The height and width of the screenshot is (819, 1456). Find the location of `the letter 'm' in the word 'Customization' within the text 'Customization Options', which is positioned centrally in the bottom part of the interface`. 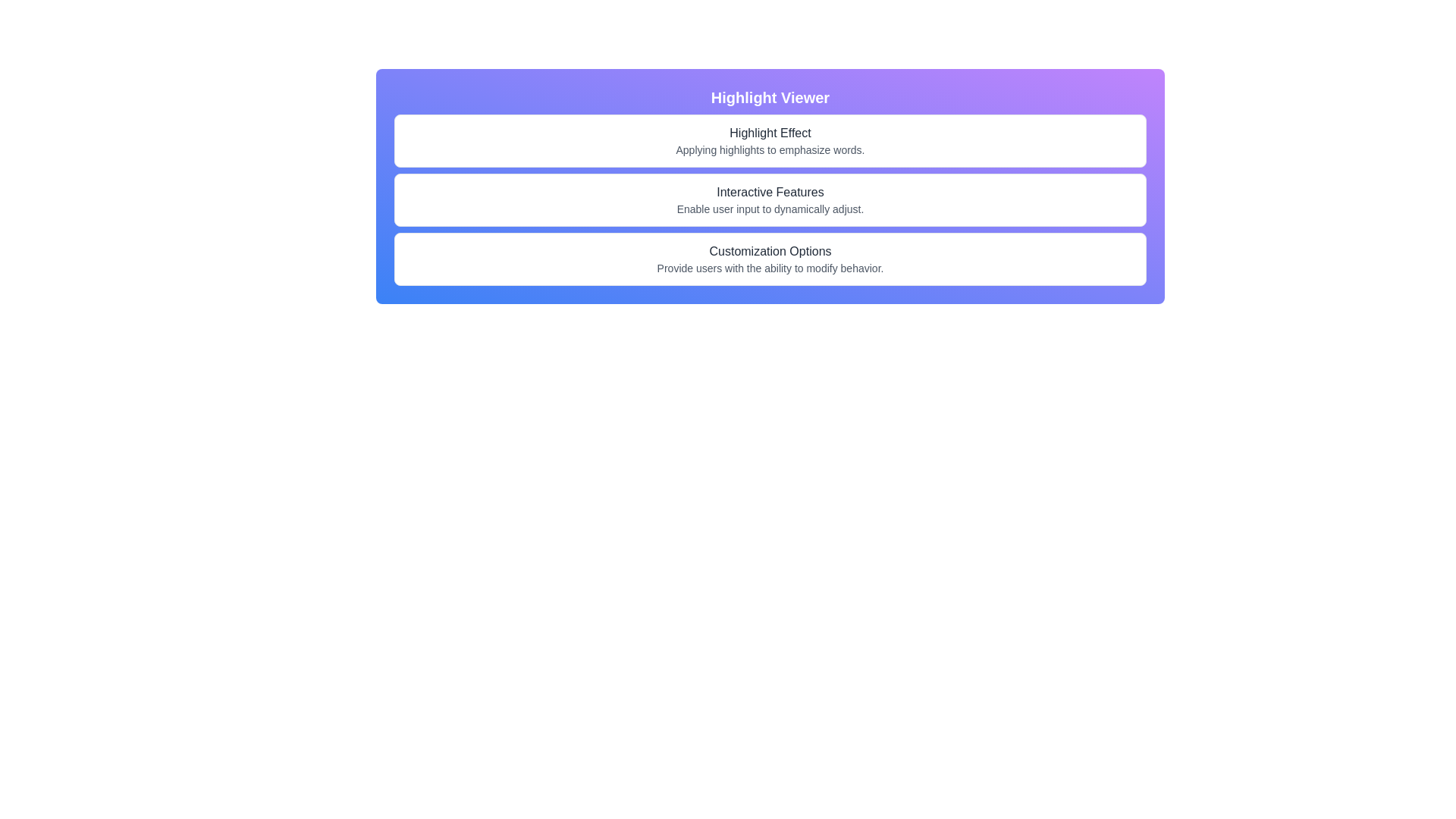

the letter 'm' in the word 'Customization' within the text 'Customization Options', which is positioned centrally in the bottom part of the interface is located at coordinates (745, 250).